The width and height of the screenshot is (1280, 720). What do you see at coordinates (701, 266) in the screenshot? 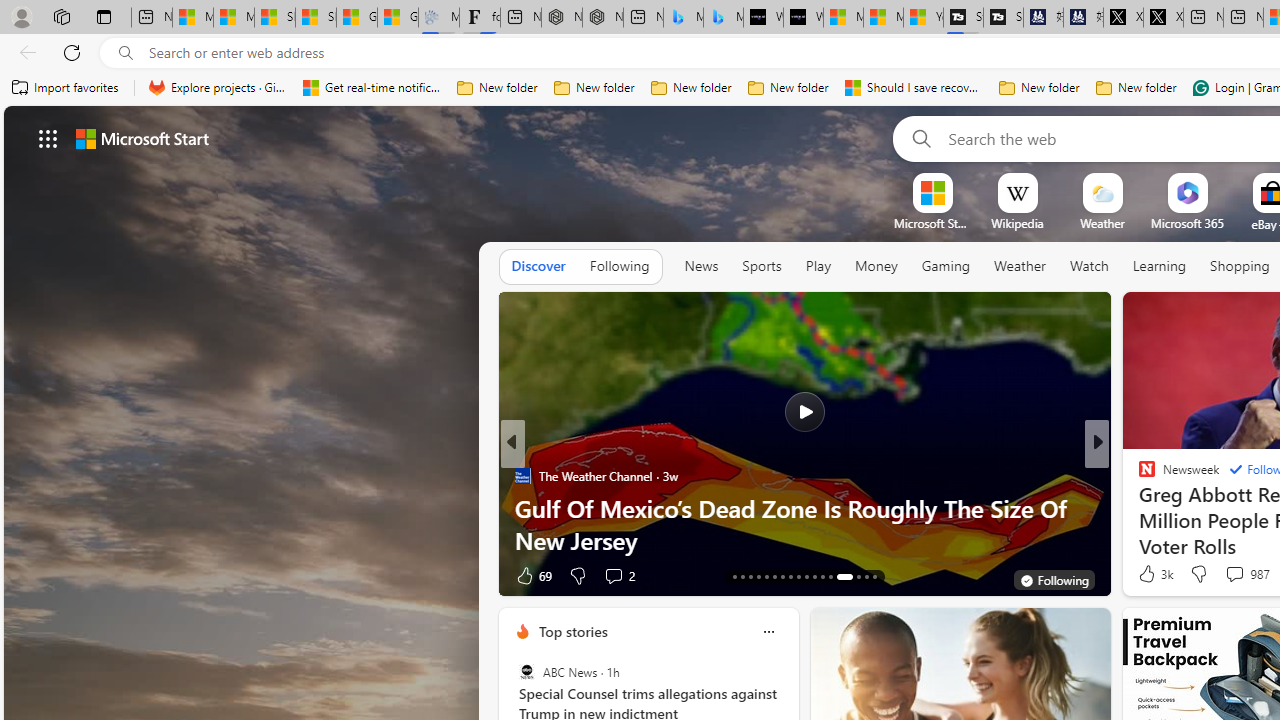
I see `'News'` at bounding box center [701, 266].